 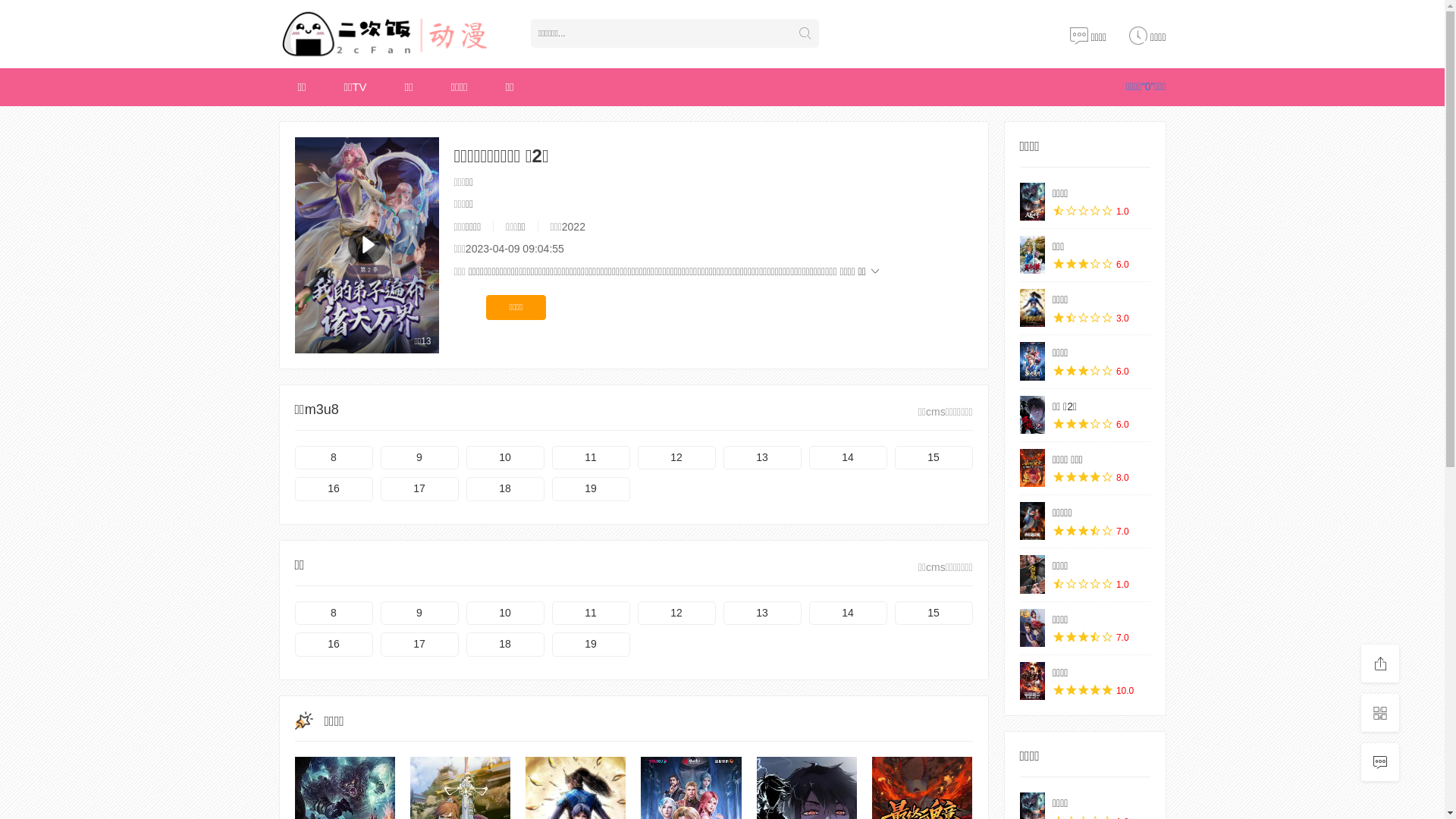 What do you see at coordinates (504, 613) in the screenshot?
I see `'10'` at bounding box center [504, 613].